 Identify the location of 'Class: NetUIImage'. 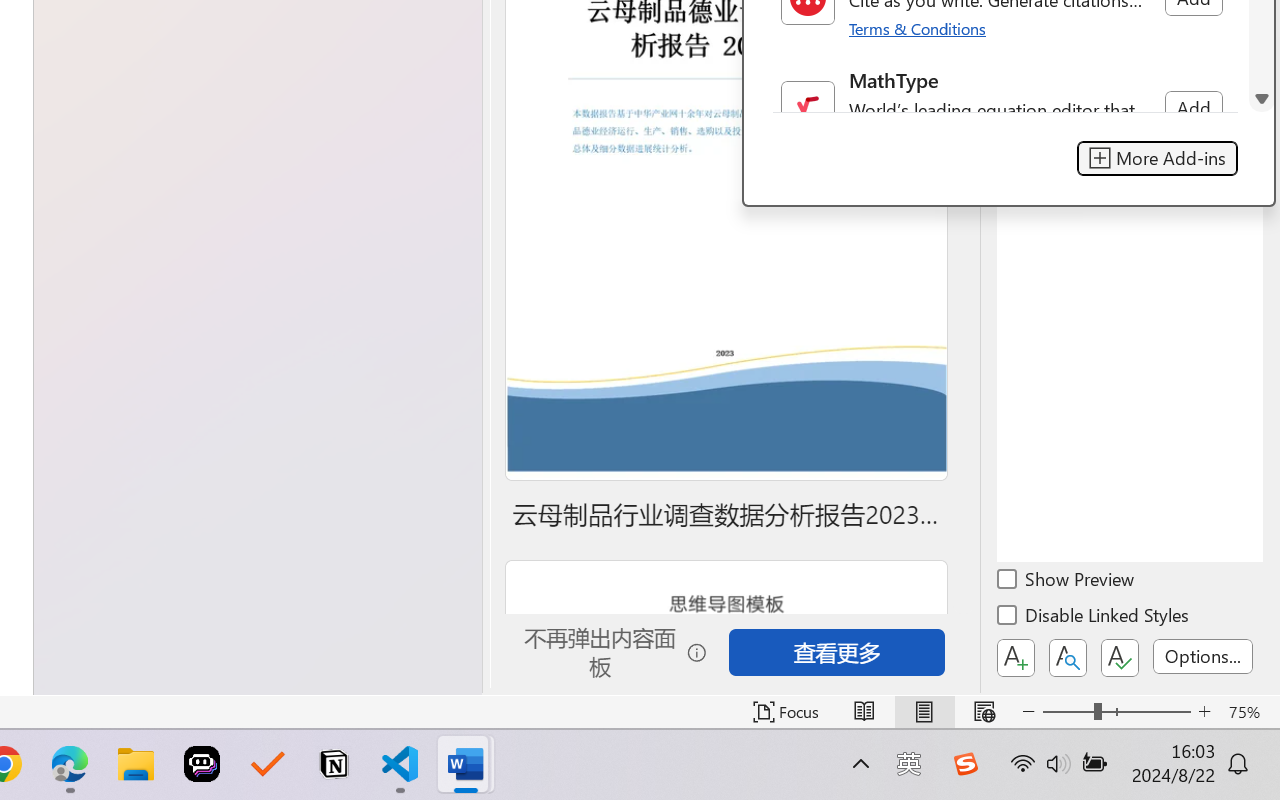
(807, 107).